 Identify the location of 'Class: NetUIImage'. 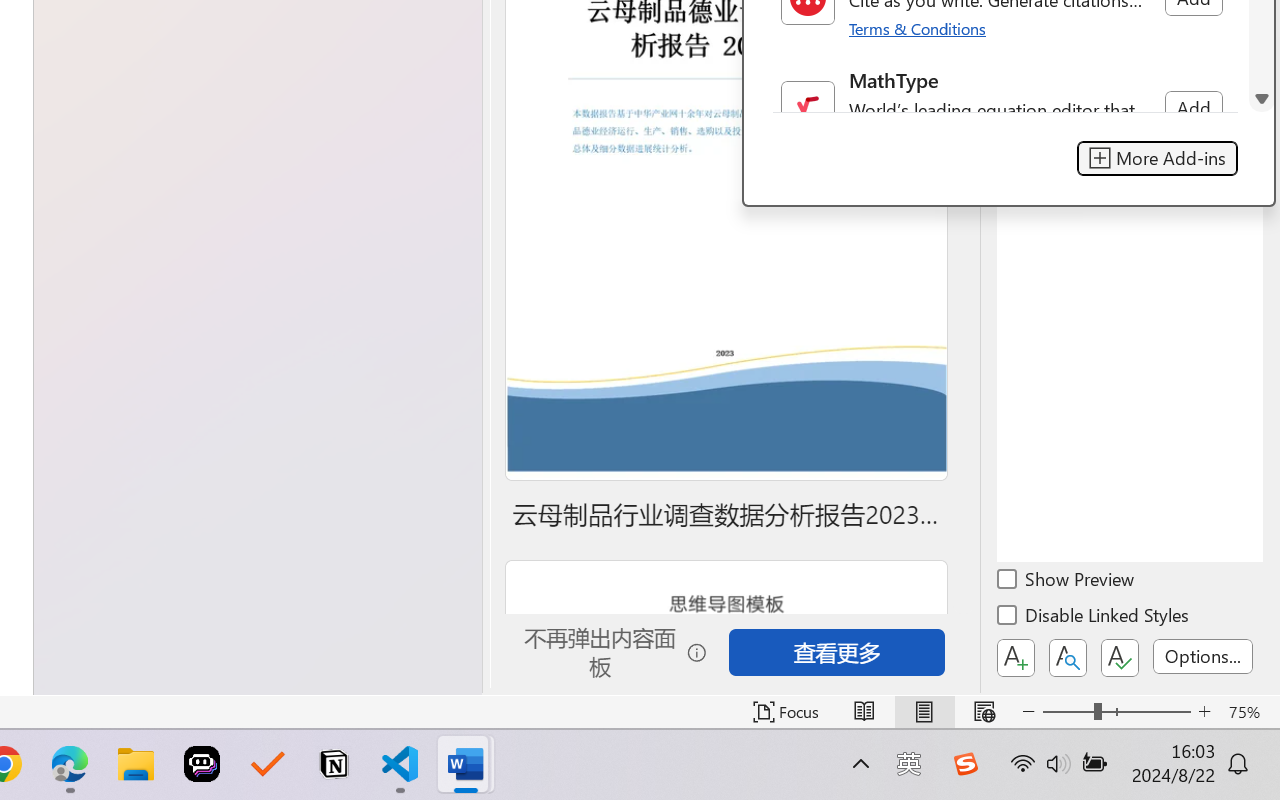
(807, 107).